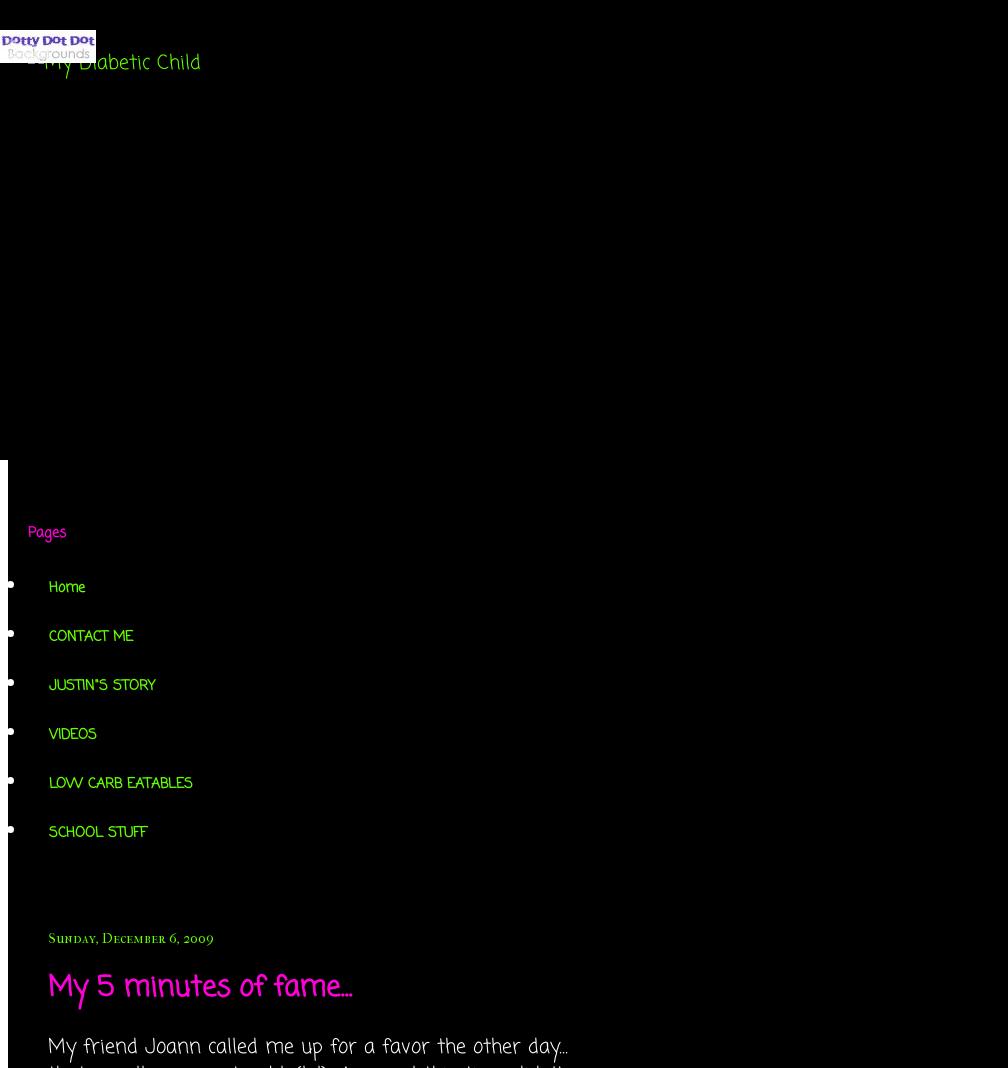 Image resolution: width=1008 pixels, height=1068 pixels. I want to click on 'Pages', so click(28, 533).